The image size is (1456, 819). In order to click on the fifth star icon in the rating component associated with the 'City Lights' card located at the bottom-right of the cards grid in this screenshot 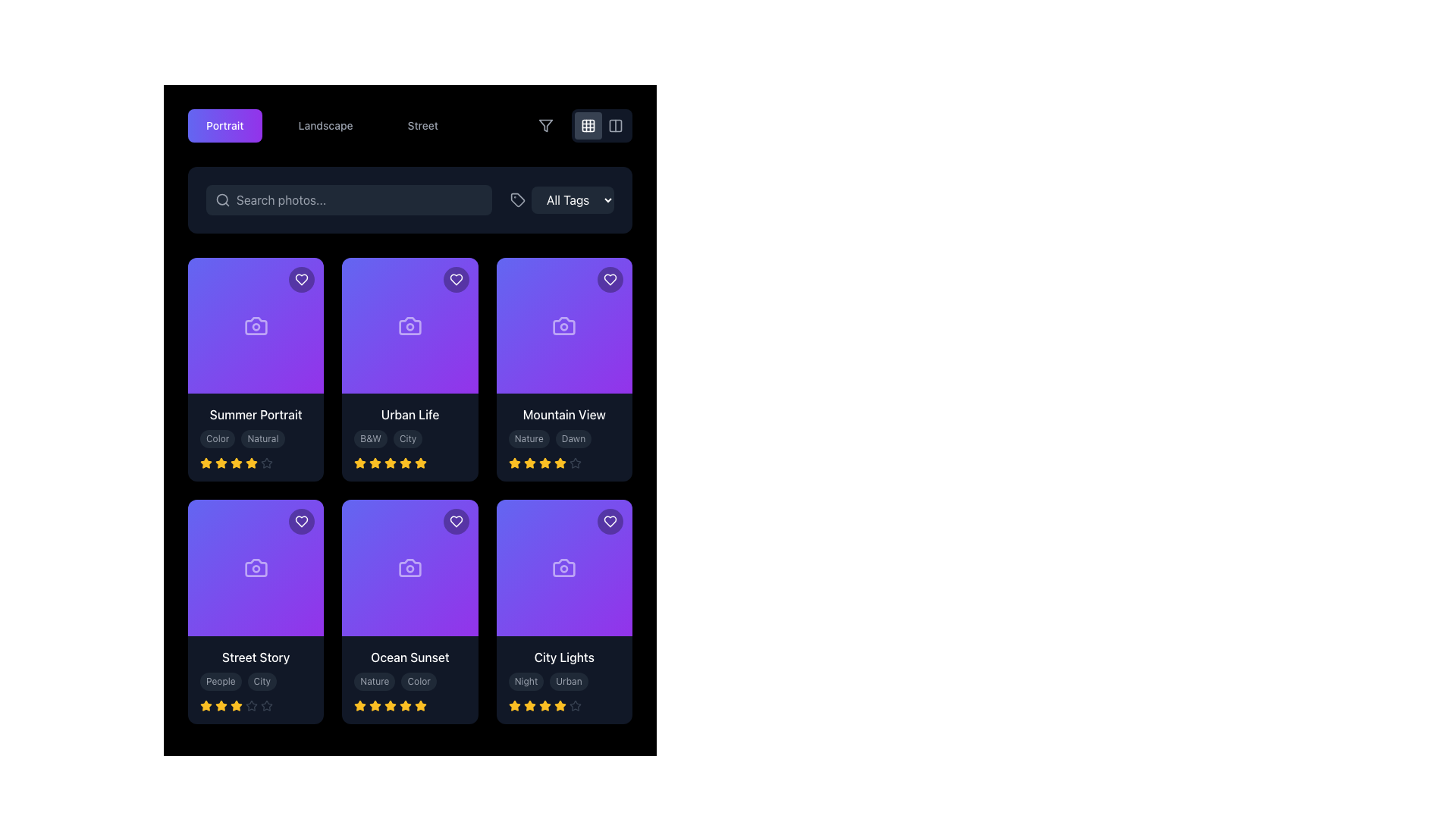, I will do `click(544, 705)`.